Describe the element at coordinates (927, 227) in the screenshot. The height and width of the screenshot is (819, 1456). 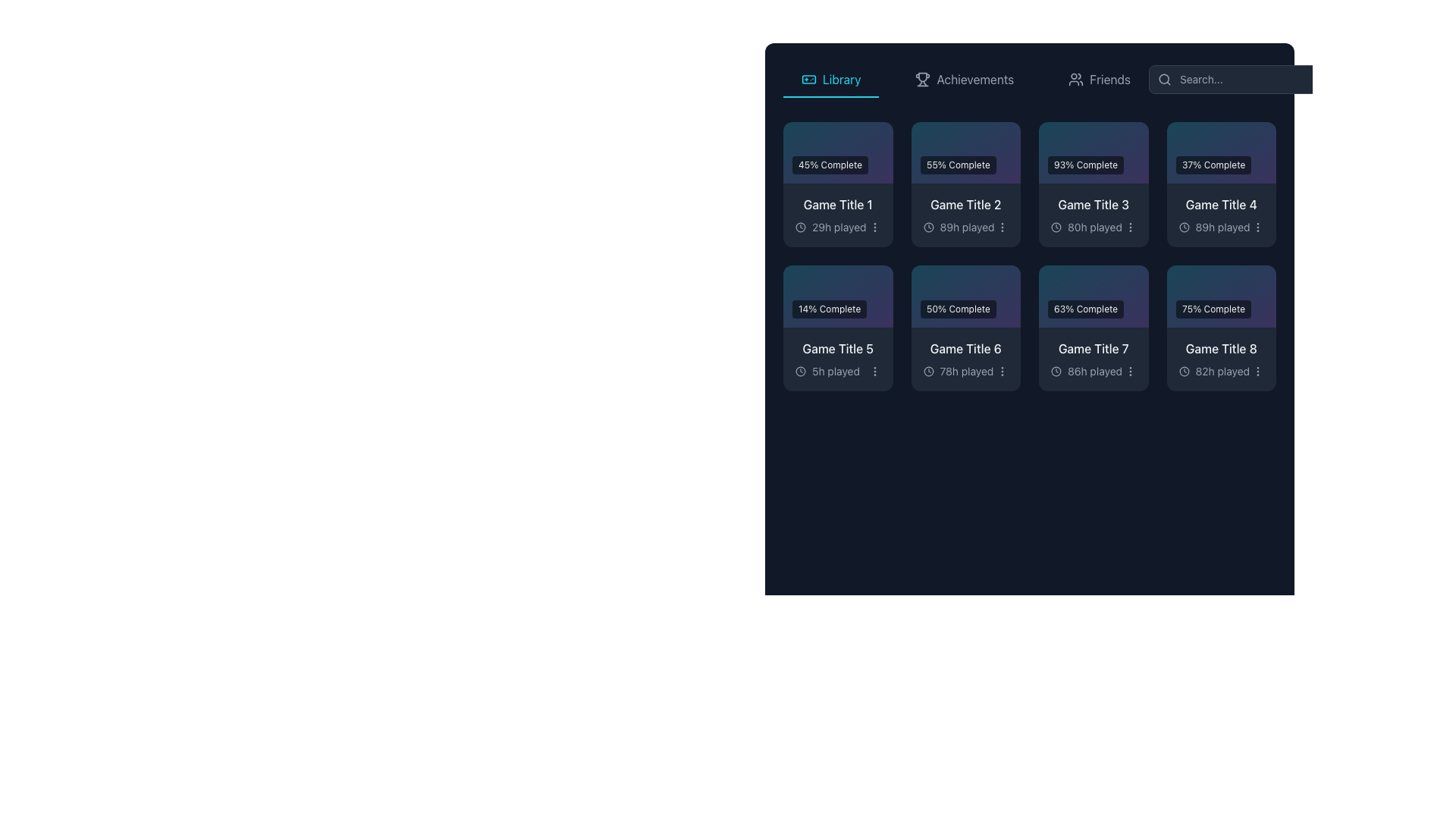
I see `the clock icon located to the immediate left of the text '89h played' in the summary information of 'Game Title 2' in the second column of the first row of the grid` at that location.